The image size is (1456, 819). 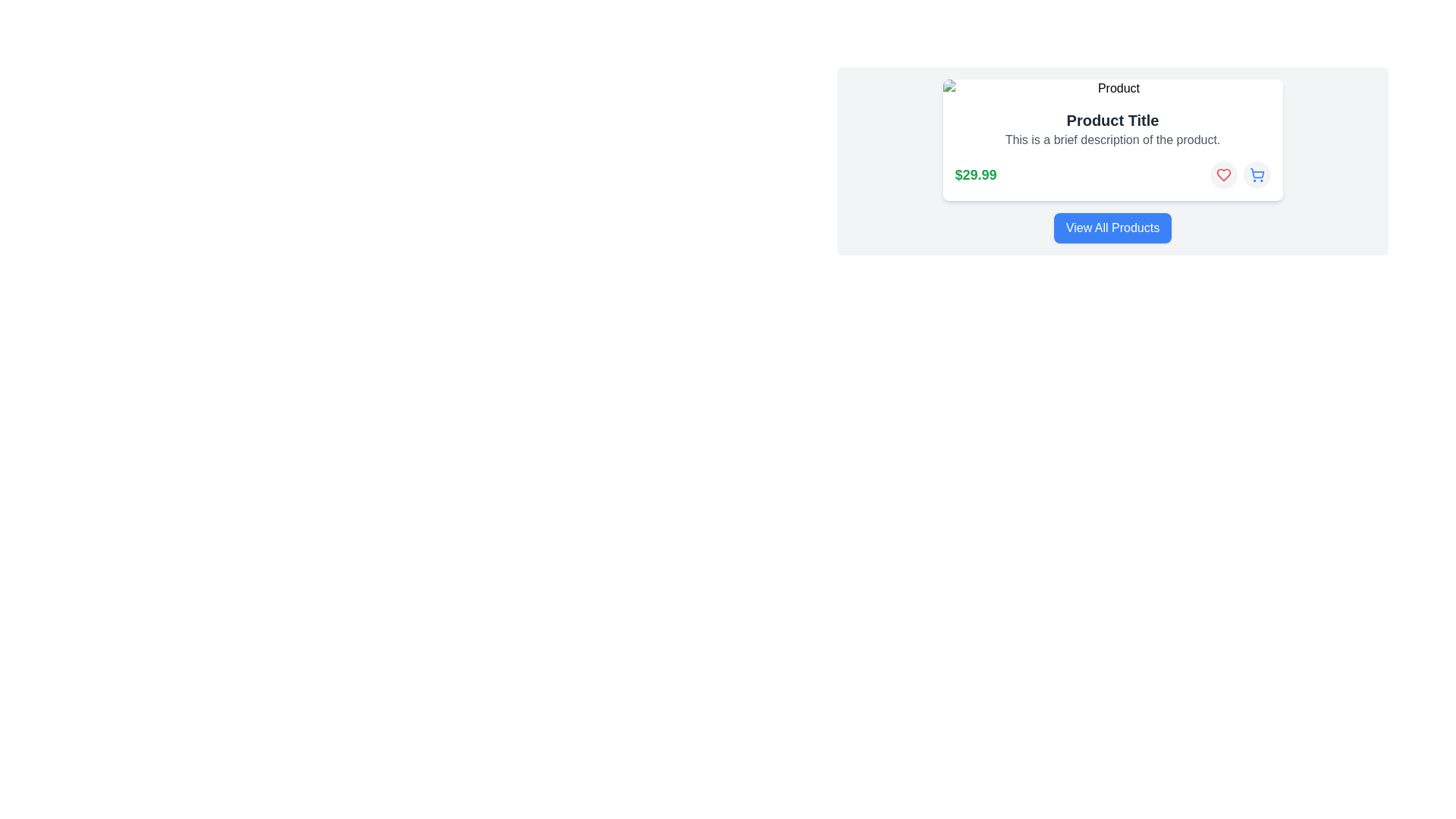 I want to click on the 'View All Products' button, which is a bright blue rectangular button with rounded corners and white text, located at the bottom center of the product card, so click(x=1112, y=227).